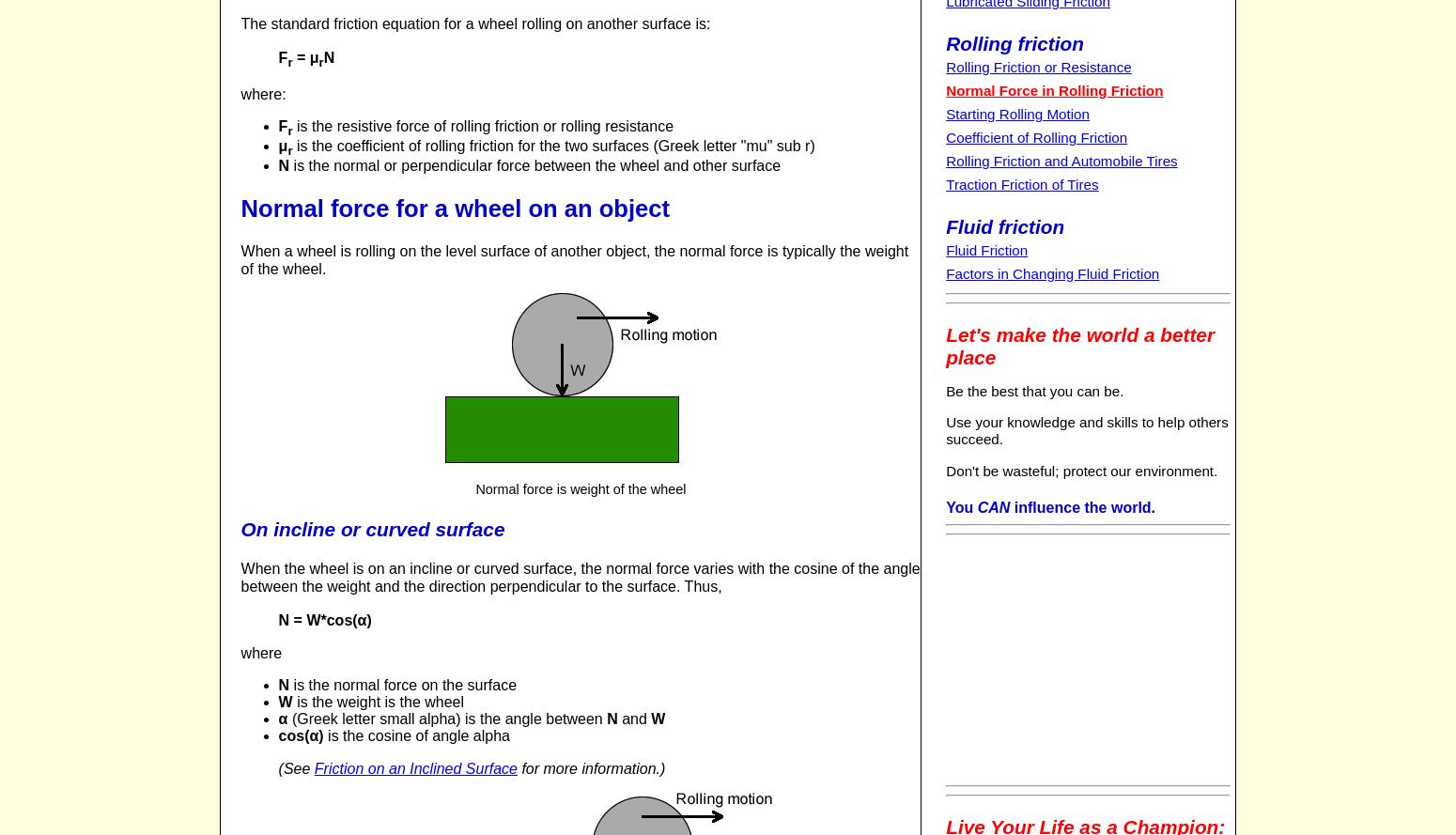 The height and width of the screenshot is (835, 1456). Describe the element at coordinates (403, 684) in the screenshot. I see `'is the normal force on the surface'` at that location.